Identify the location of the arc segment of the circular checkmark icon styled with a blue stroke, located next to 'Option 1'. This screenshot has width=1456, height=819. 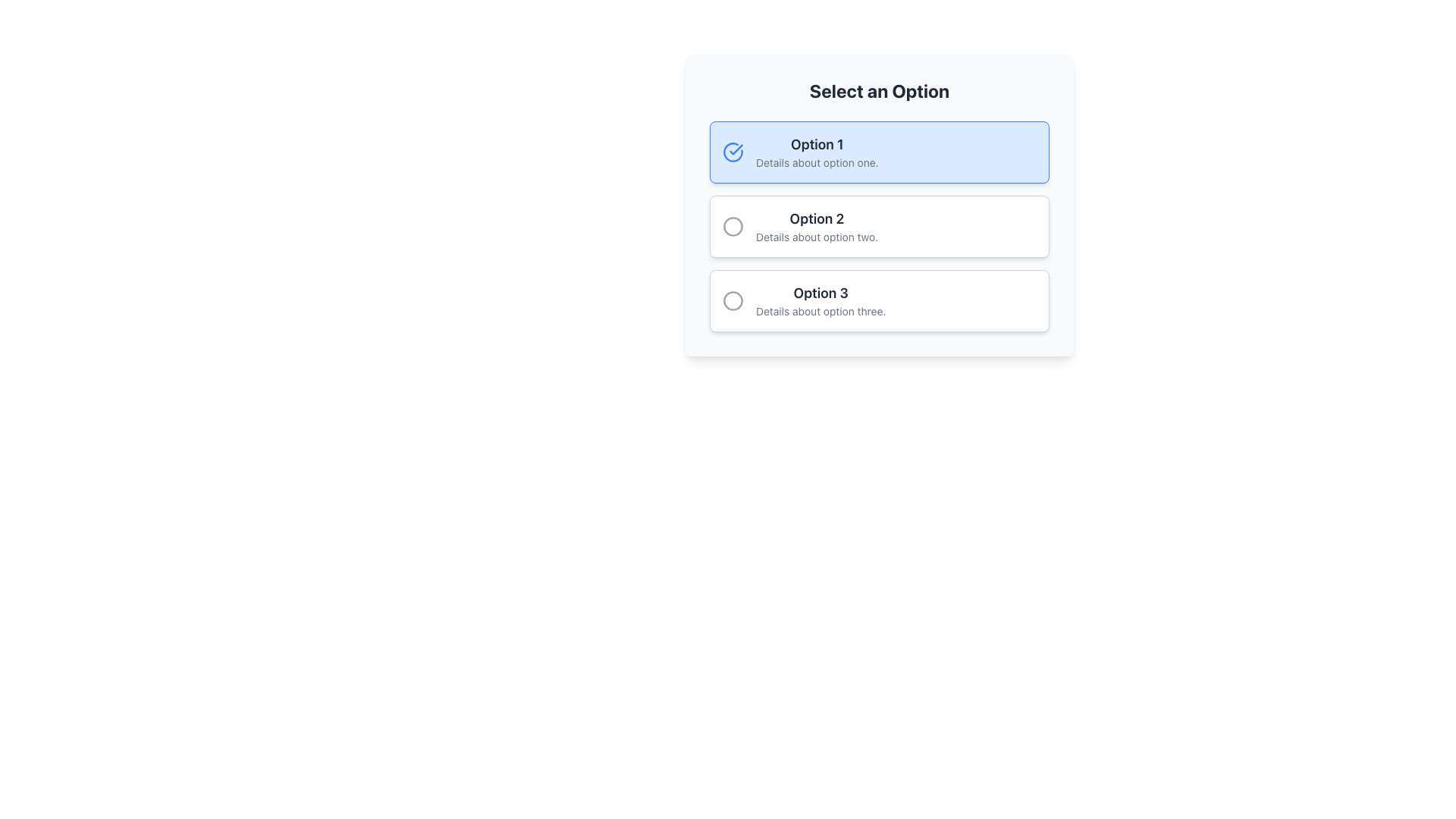
(733, 152).